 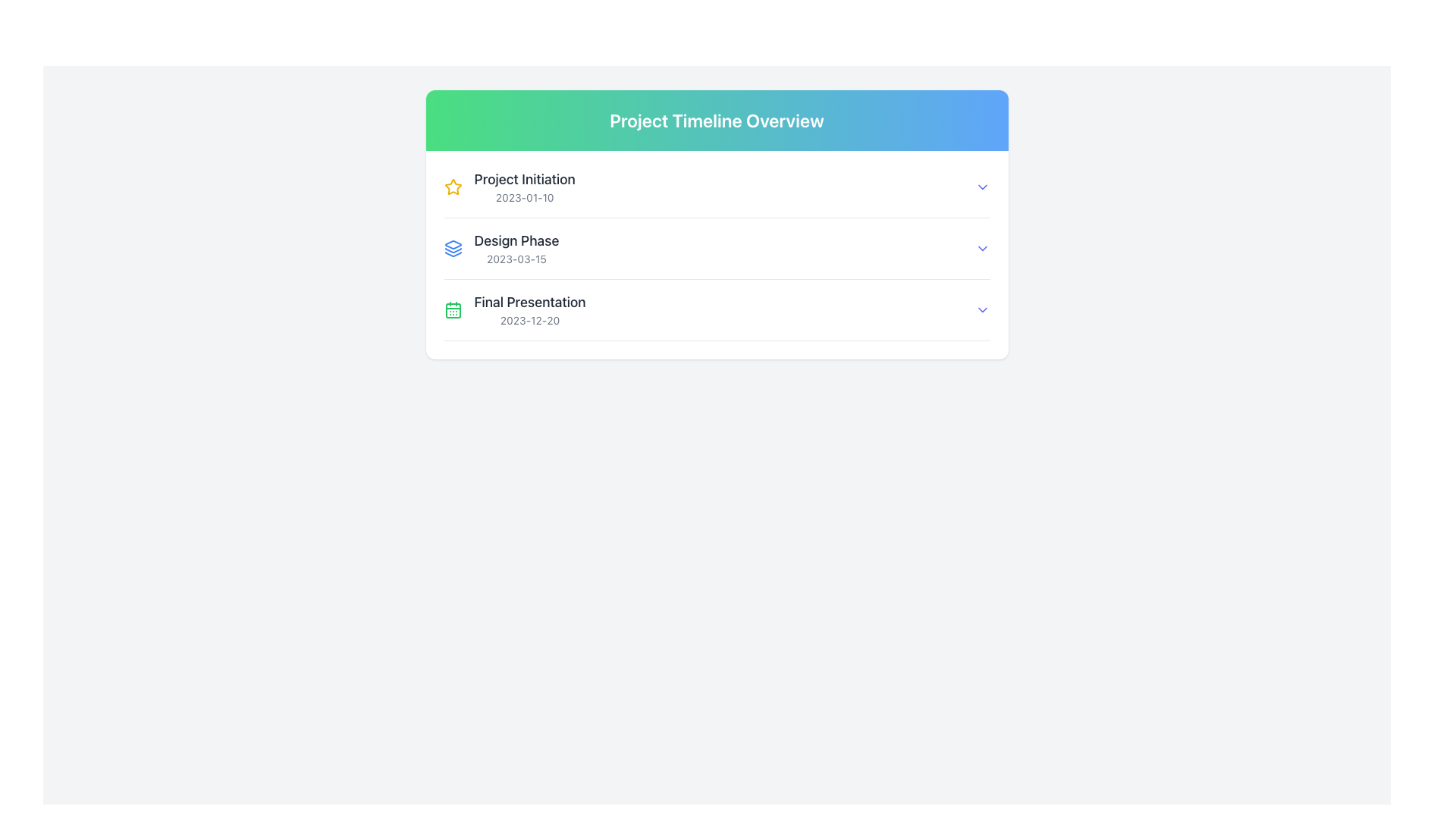 I want to click on the Interactive List Item labeled 'Design Phase', so click(x=716, y=247).